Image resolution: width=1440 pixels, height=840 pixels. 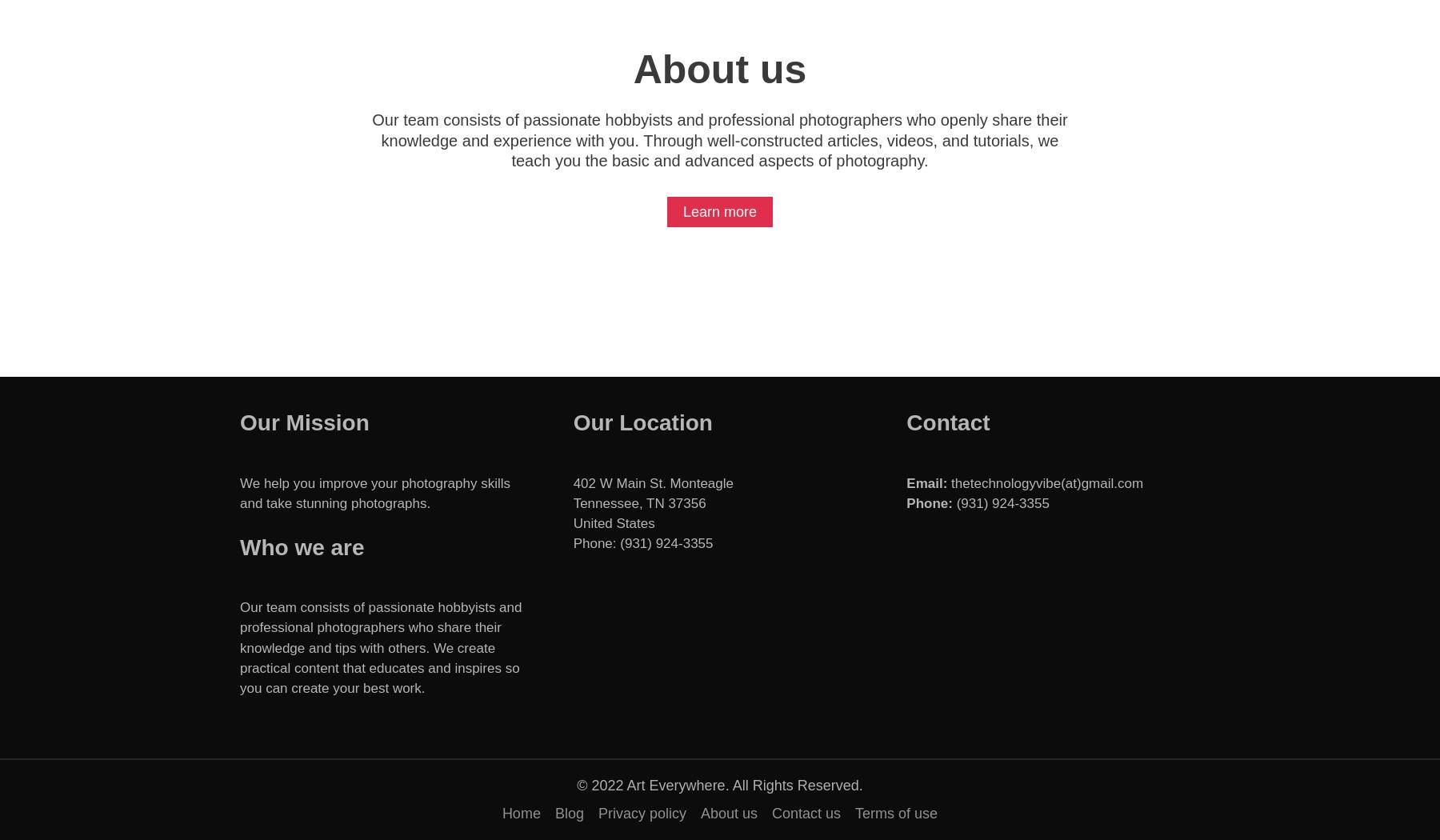 I want to click on 'Terms of use', so click(x=896, y=813).